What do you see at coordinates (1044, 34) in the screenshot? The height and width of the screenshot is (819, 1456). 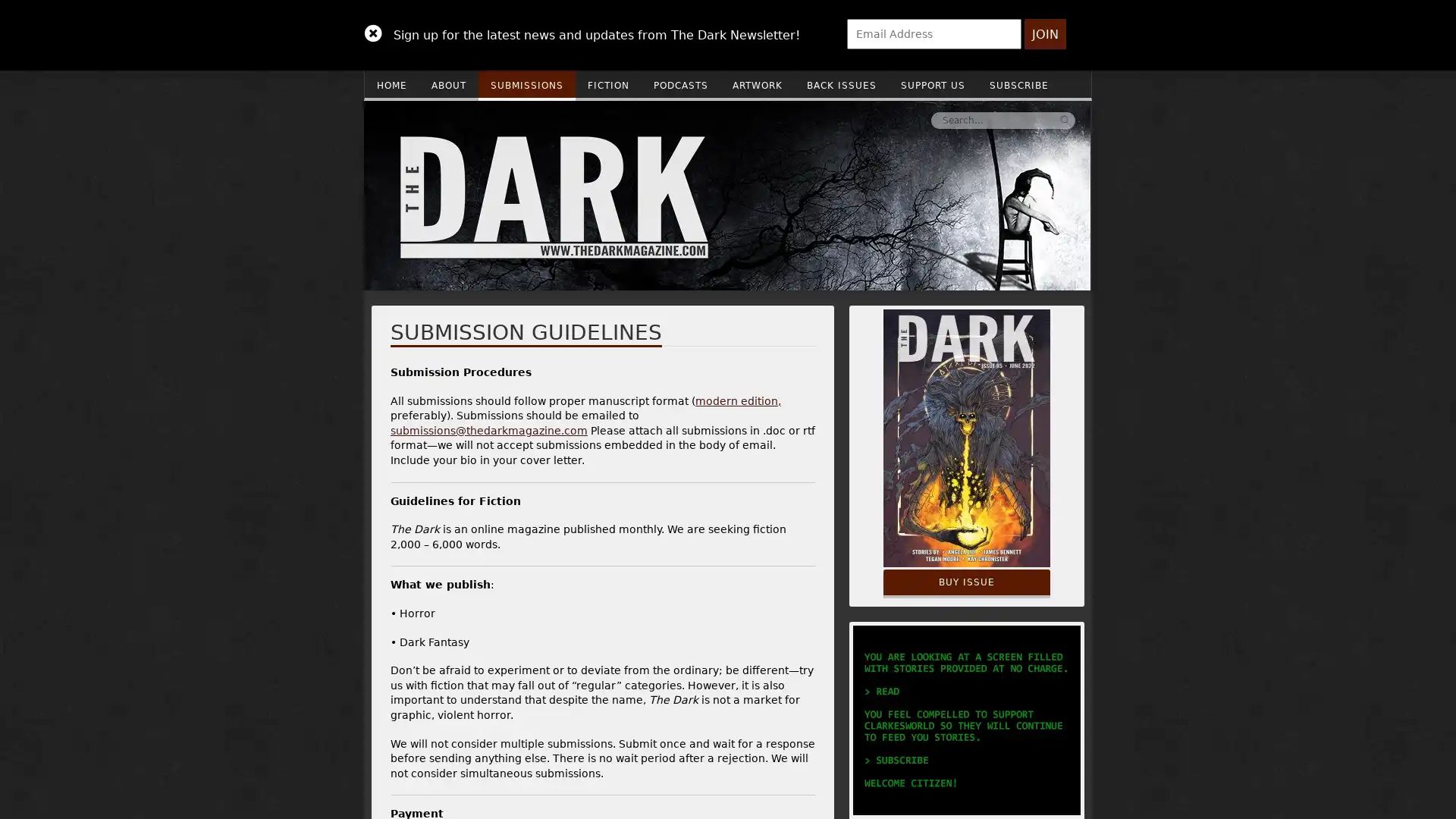 I see `Join` at bounding box center [1044, 34].